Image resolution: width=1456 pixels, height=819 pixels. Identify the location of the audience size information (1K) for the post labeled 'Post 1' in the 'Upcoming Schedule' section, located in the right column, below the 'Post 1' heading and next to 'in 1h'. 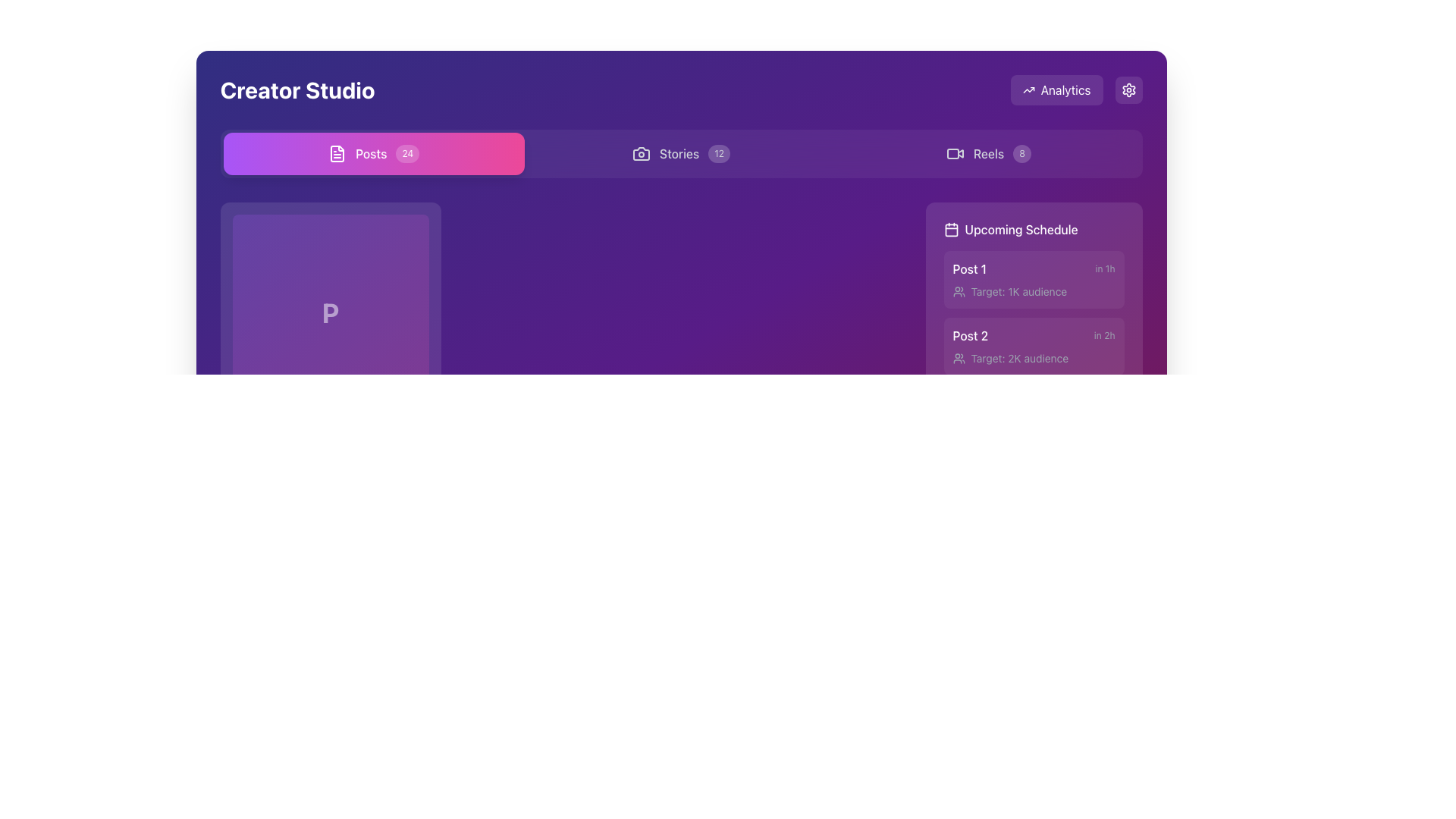
(1033, 292).